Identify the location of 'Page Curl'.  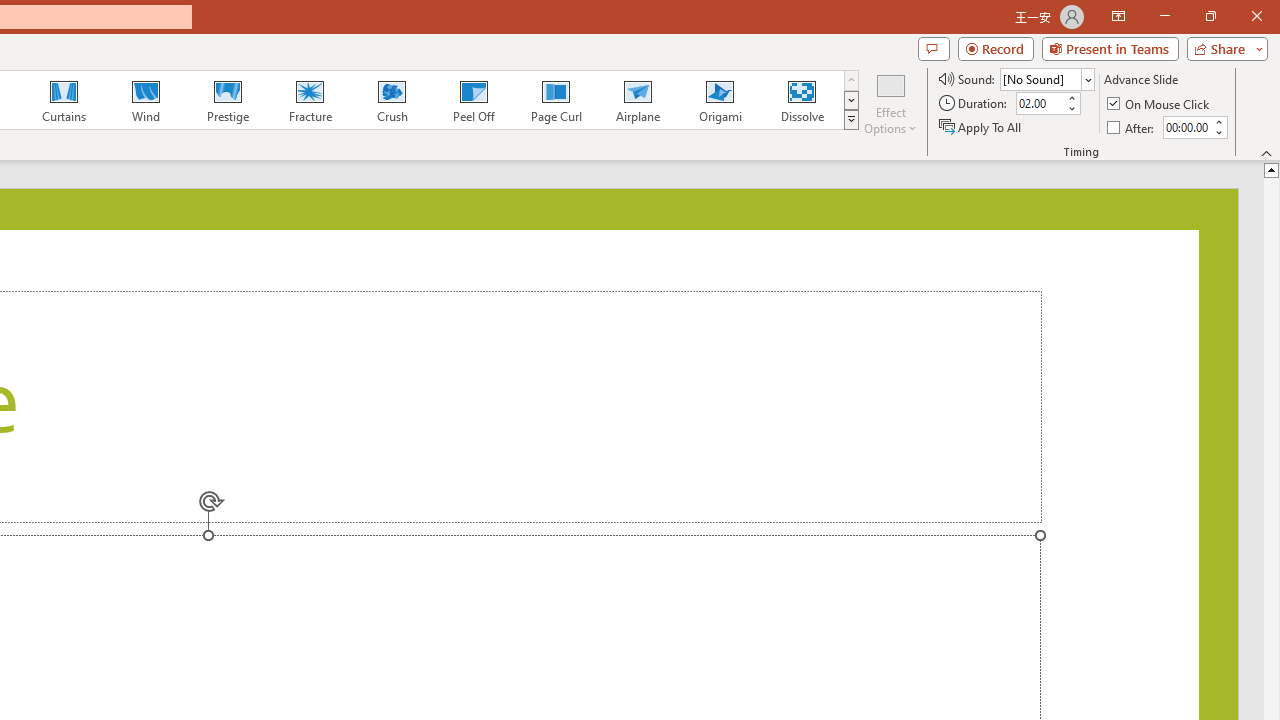
(555, 100).